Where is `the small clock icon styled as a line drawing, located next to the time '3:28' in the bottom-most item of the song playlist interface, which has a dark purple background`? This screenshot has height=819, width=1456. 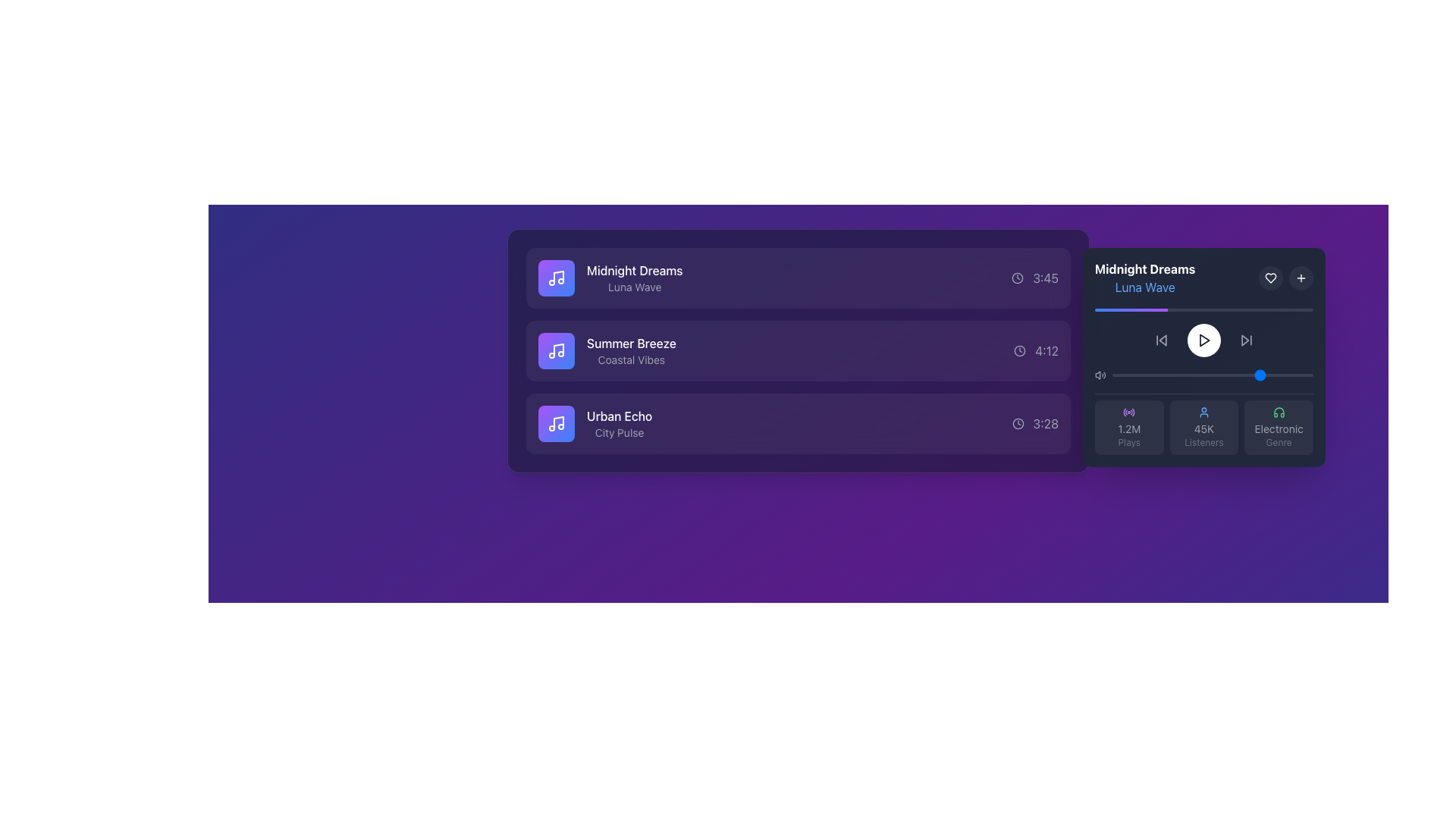
the small clock icon styled as a line drawing, located next to the time '3:28' in the bottom-most item of the song playlist interface, which has a dark purple background is located at coordinates (1018, 424).